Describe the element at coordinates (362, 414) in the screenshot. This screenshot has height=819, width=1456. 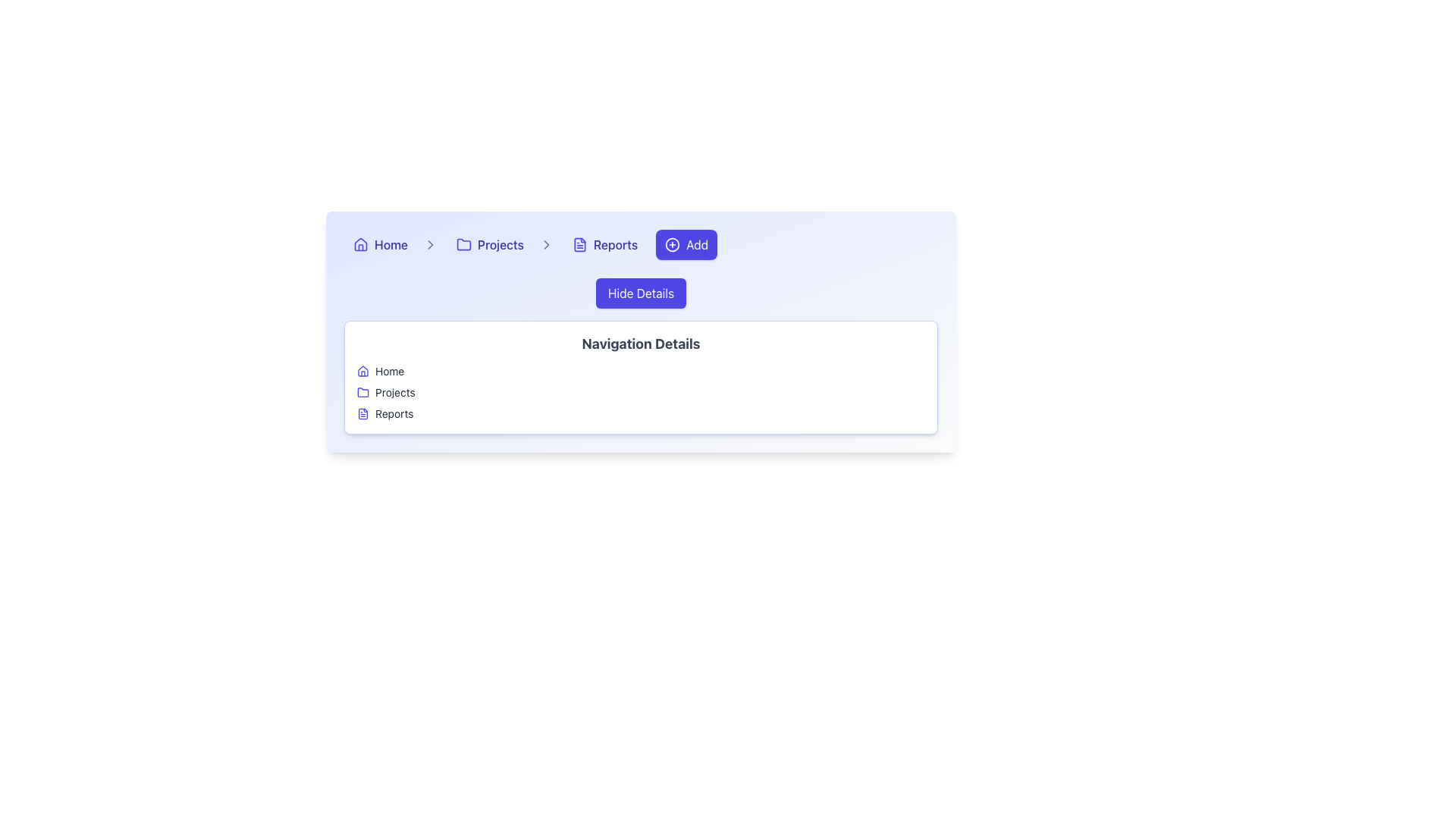
I see `the 'Reports' icon` at that location.